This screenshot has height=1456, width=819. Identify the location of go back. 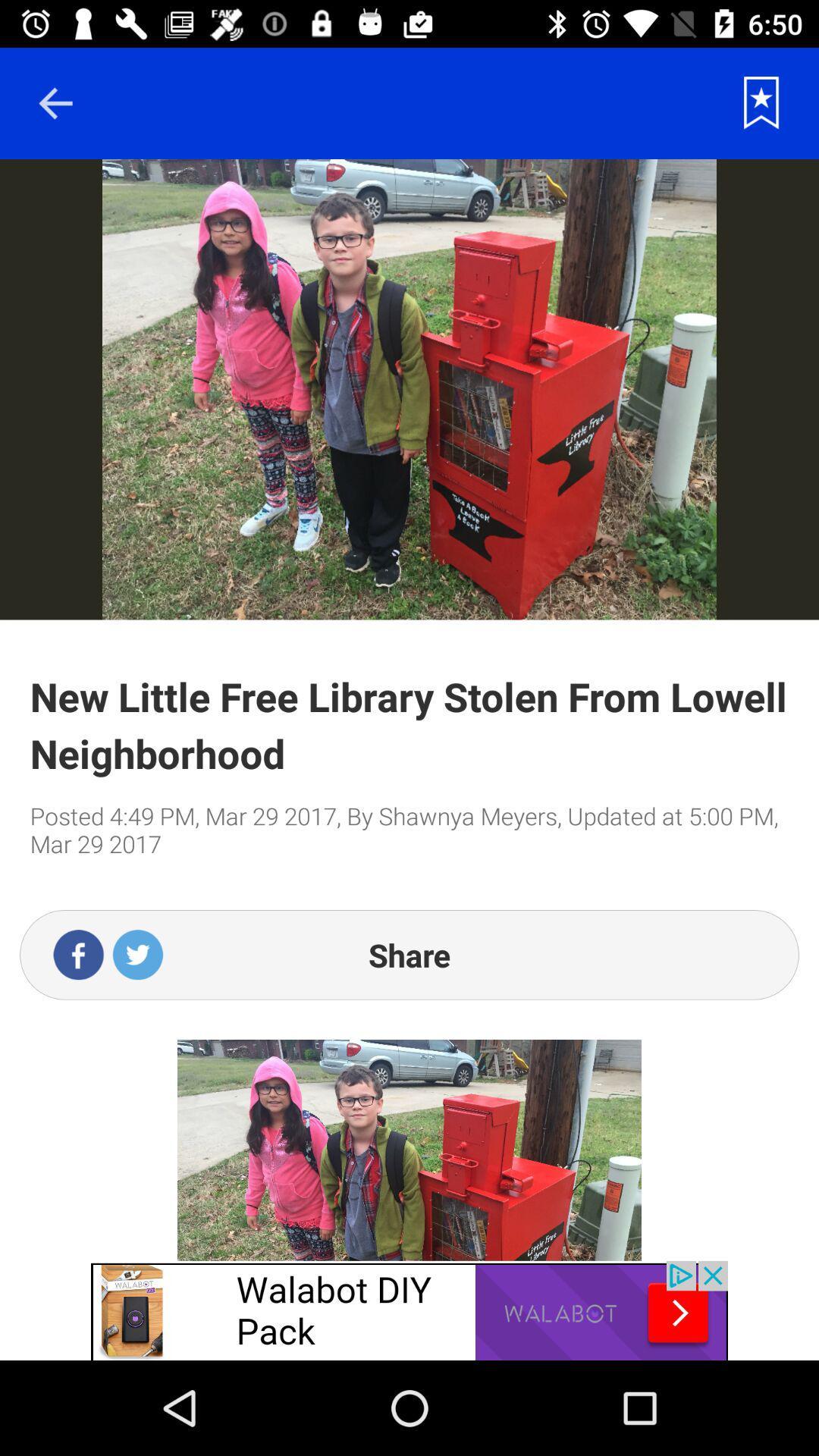
(55, 102).